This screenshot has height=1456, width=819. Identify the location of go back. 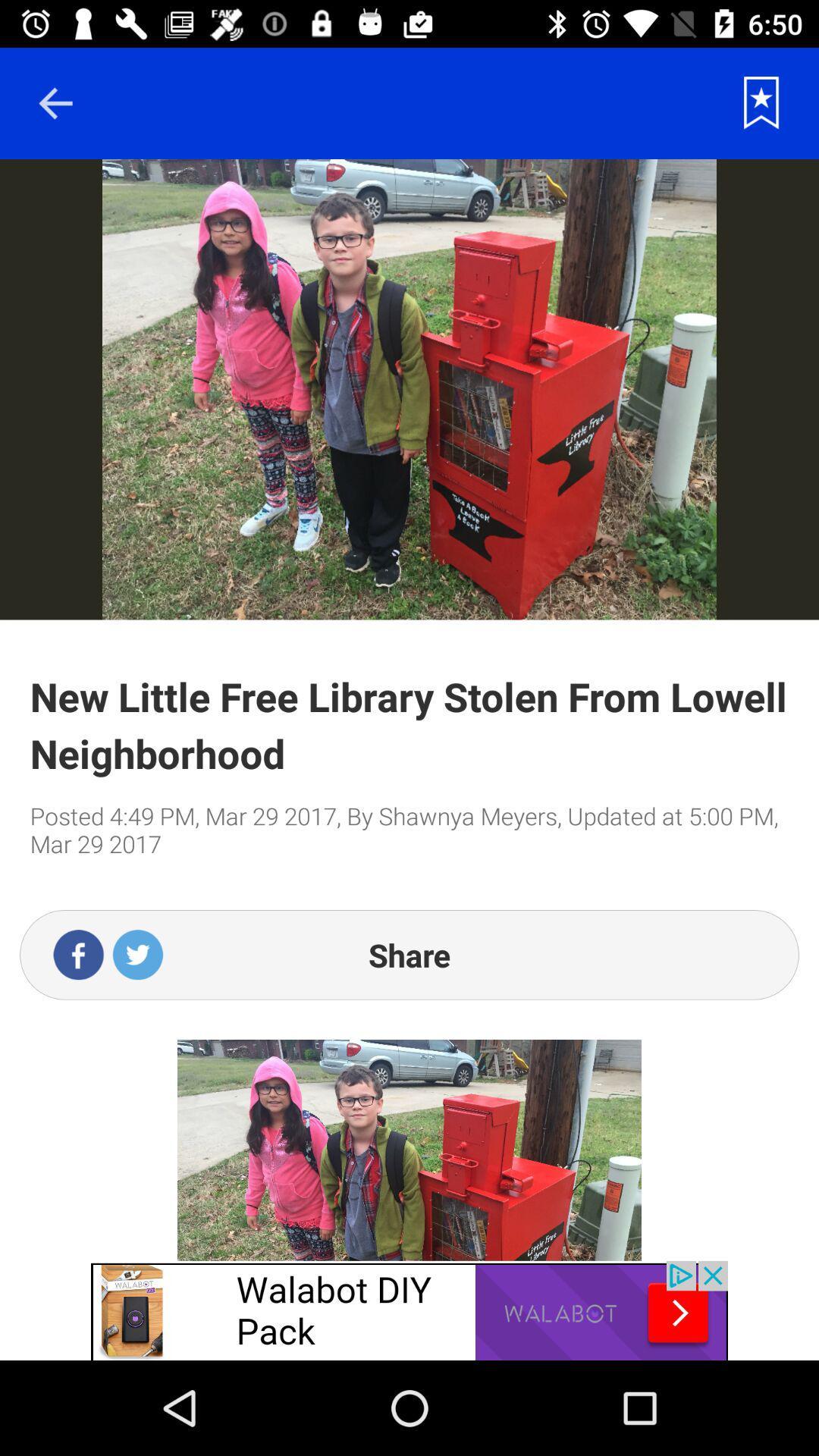
(55, 102).